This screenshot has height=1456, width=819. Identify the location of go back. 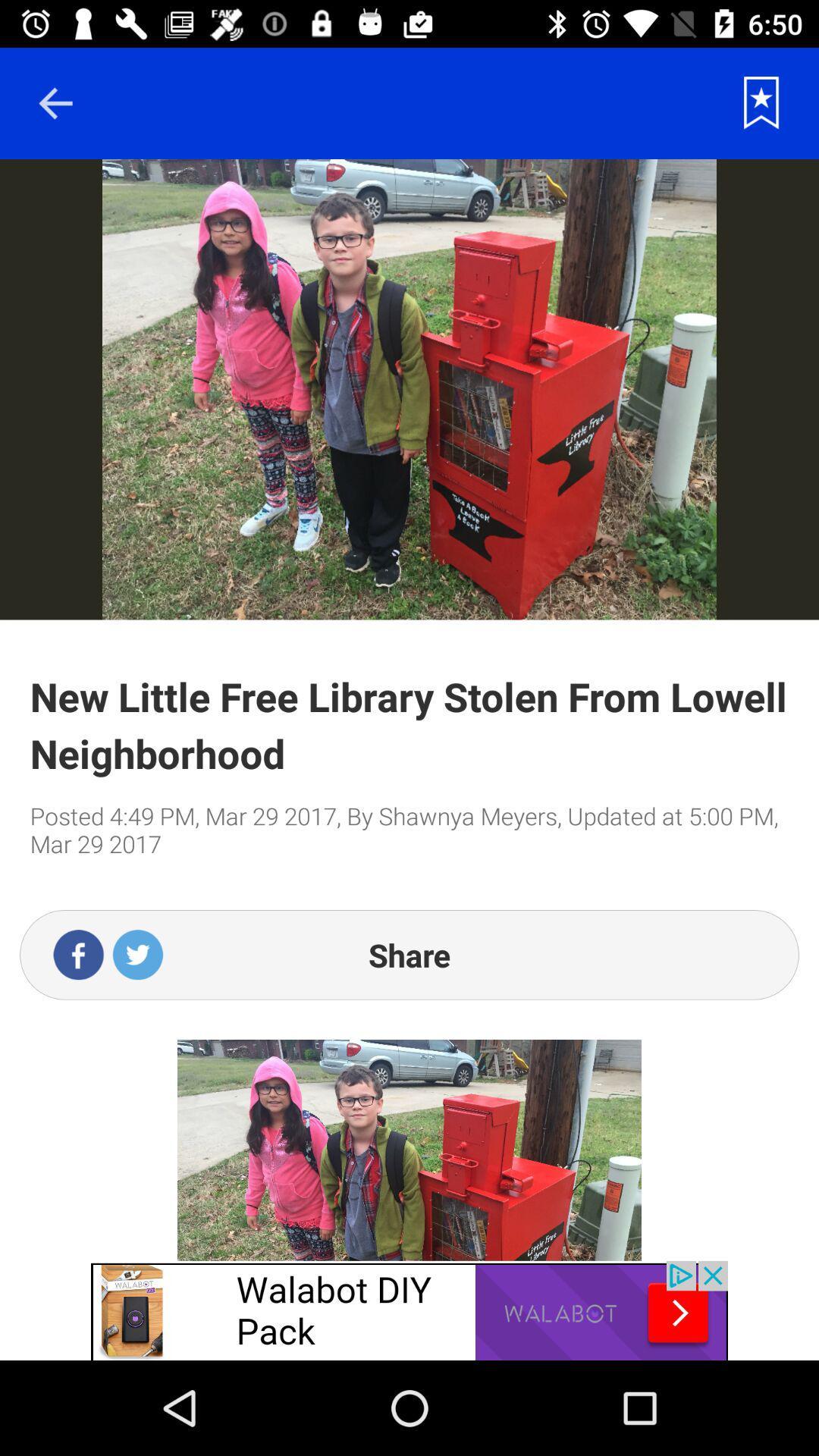
(55, 102).